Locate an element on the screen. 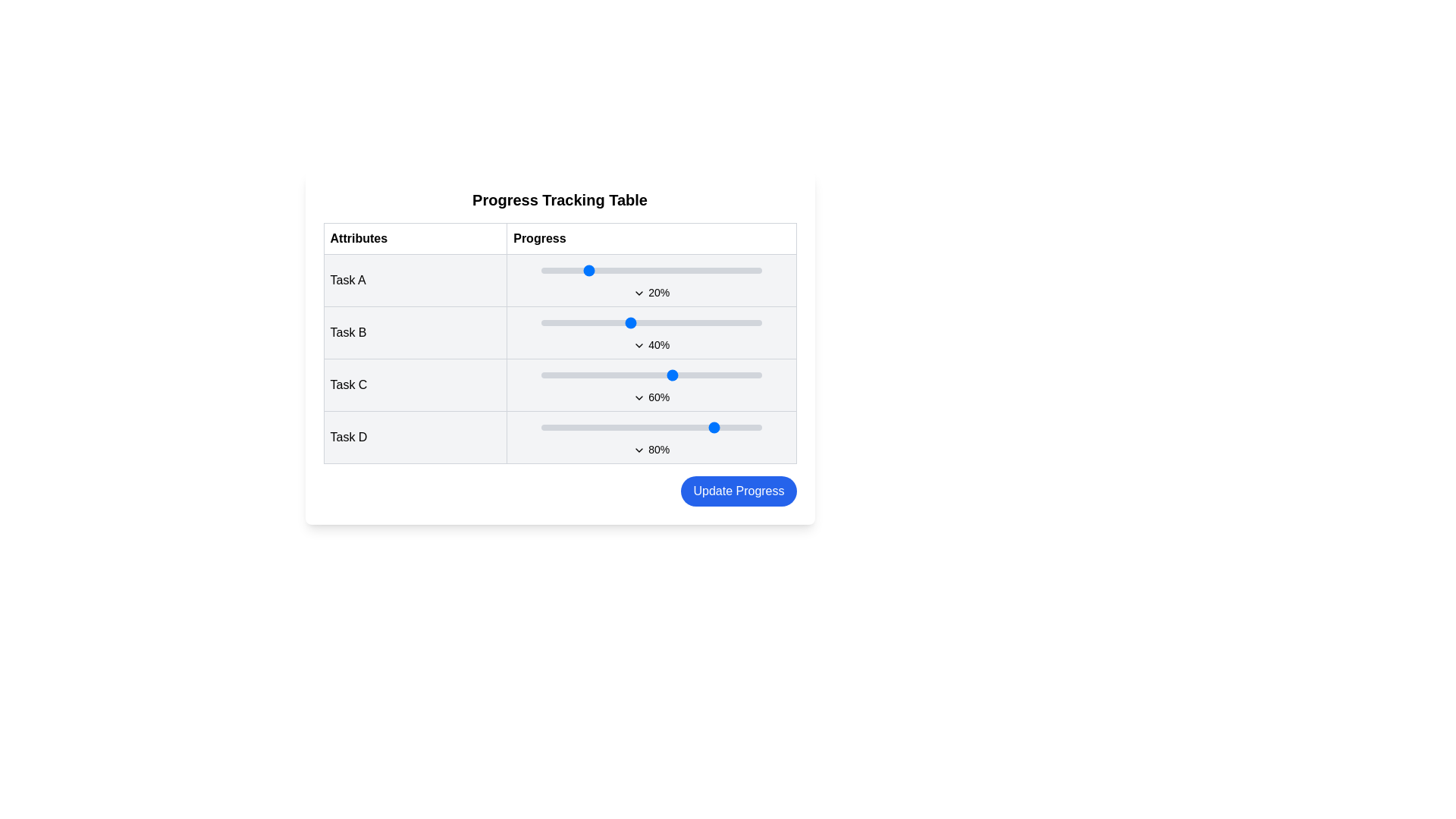 The height and width of the screenshot is (819, 1456). the downward-facing chevron icon next to the '40%' text in the second row of the Progress table is located at coordinates (639, 346).